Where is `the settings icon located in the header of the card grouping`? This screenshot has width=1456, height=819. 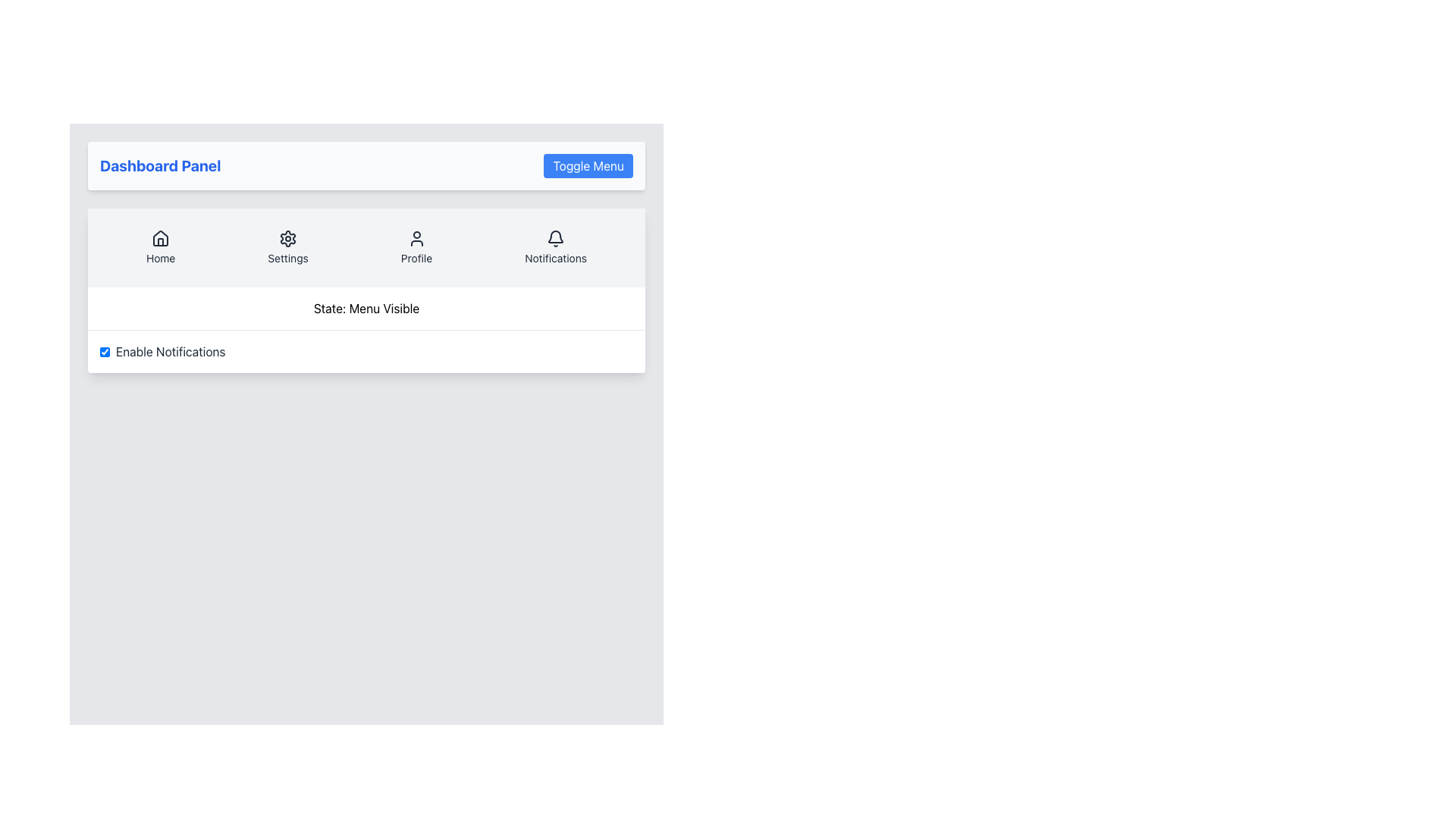
the settings icon located in the header of the card grouping is located at coordinates (288, 239).